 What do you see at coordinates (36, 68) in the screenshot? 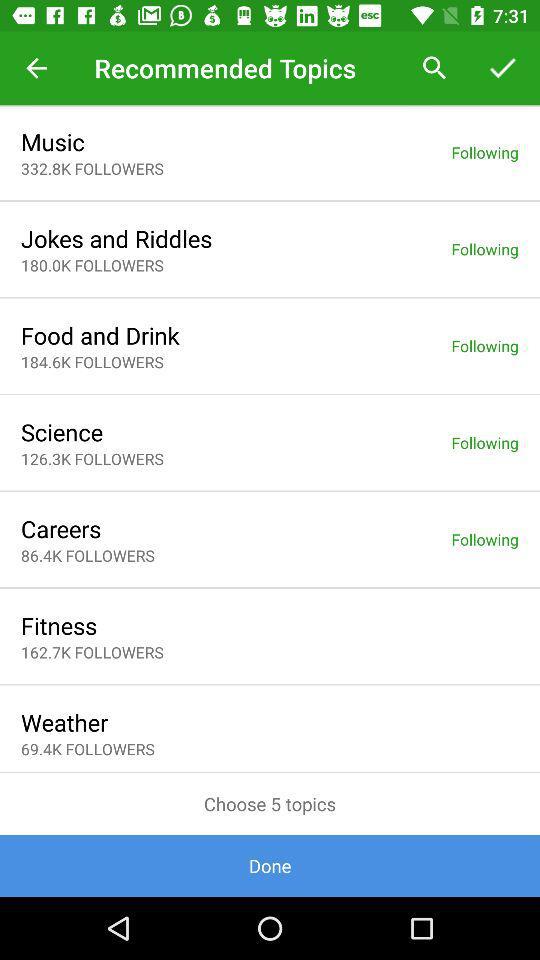
I see `icon next to recommended topics app` at bounding box center [36, 68].